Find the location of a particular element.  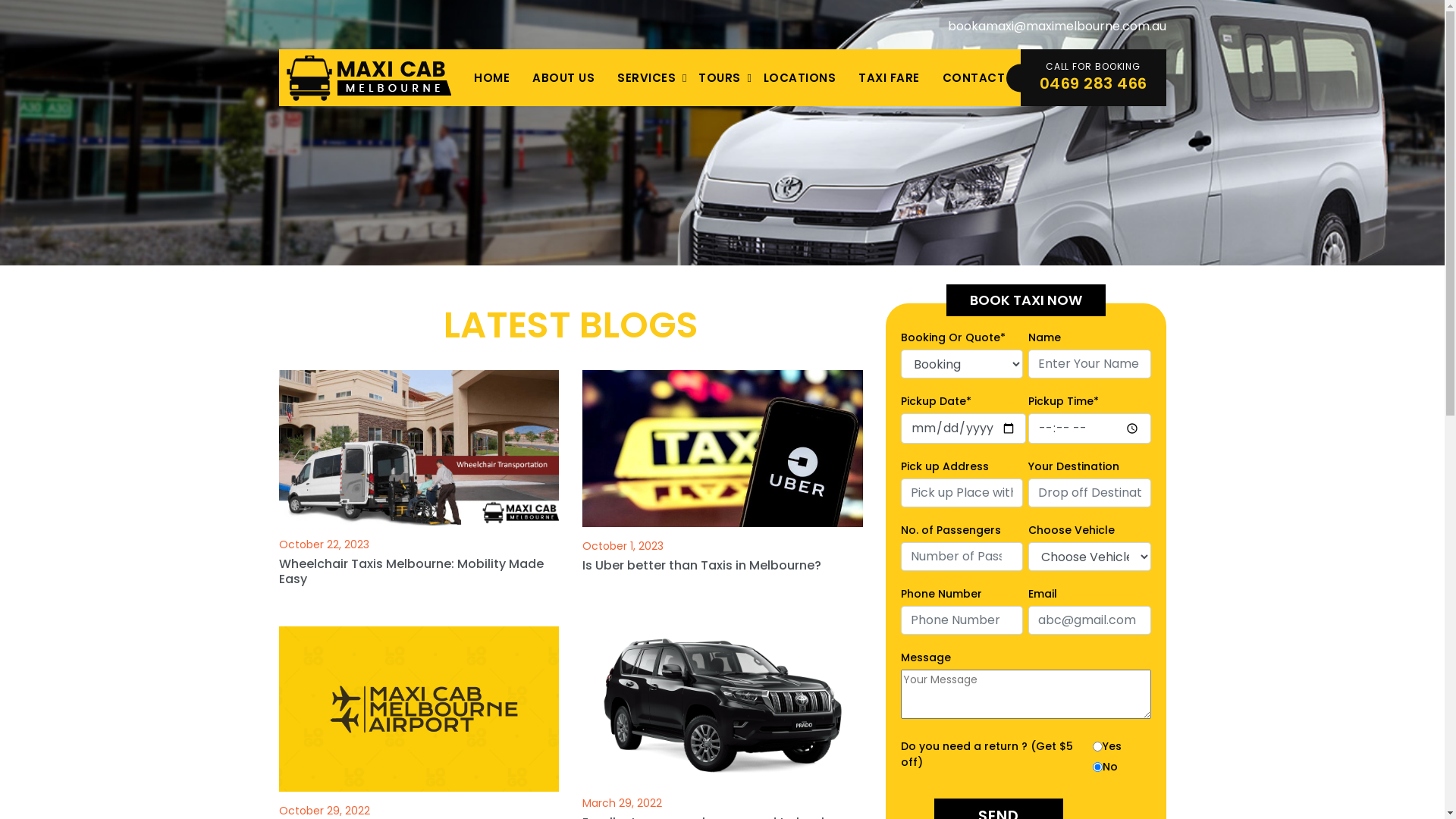

'TOURS' is located at coordinates (719, 77).